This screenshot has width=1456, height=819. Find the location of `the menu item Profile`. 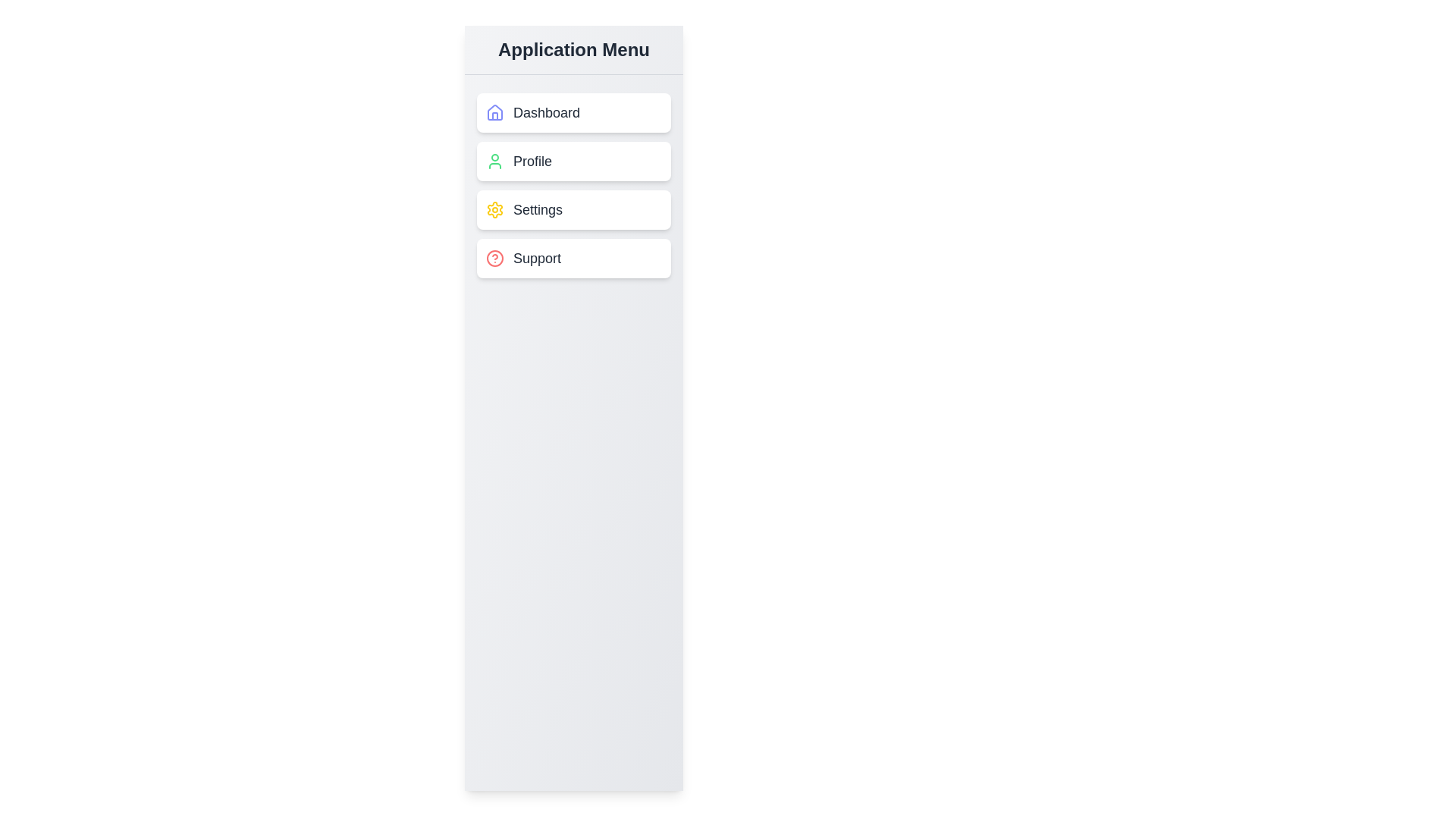

the menu item Profile is located at coordinates (573, 161).